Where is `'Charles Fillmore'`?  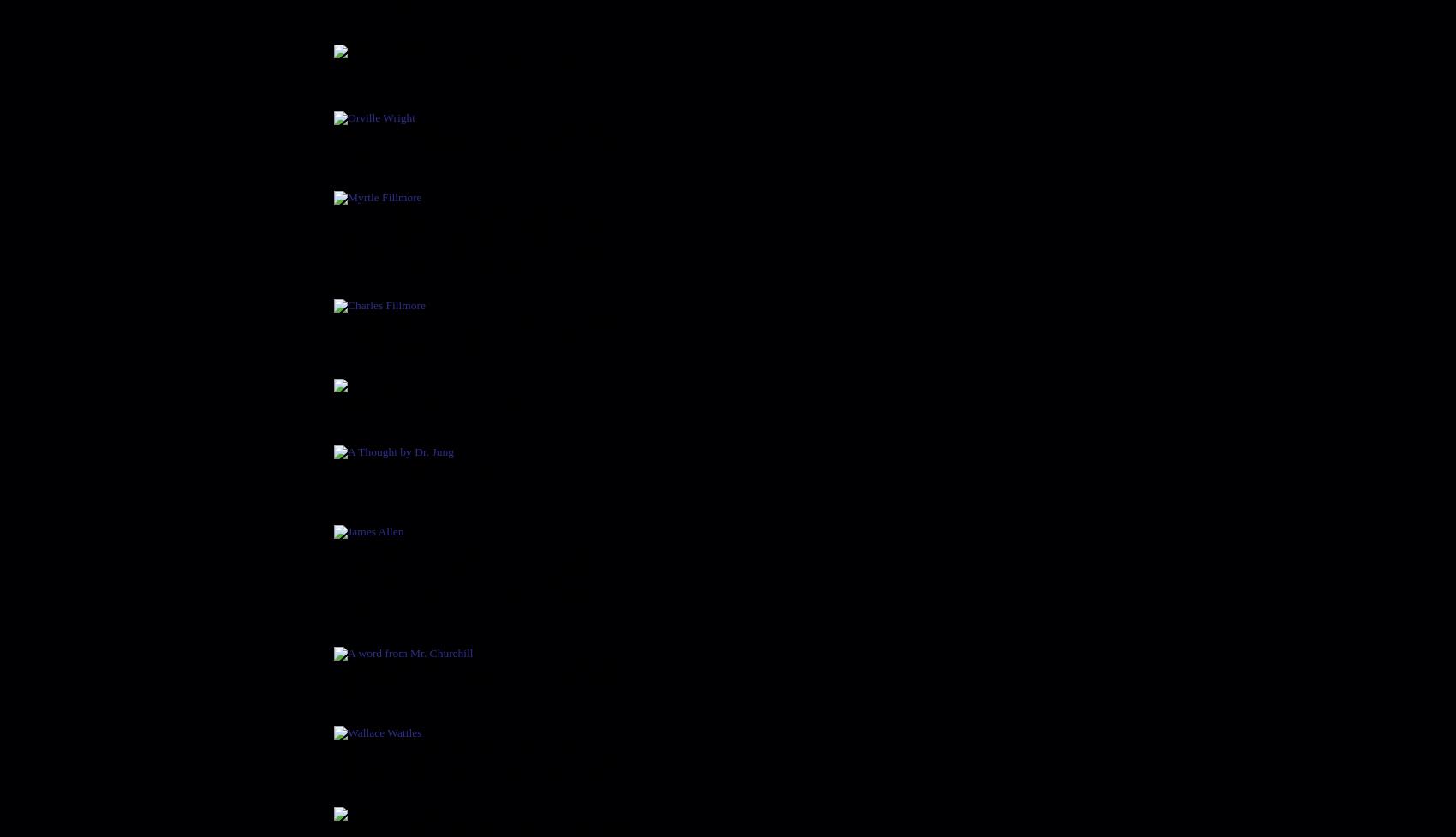 'Charles Fillmore' is located at coordinates (395, 284).